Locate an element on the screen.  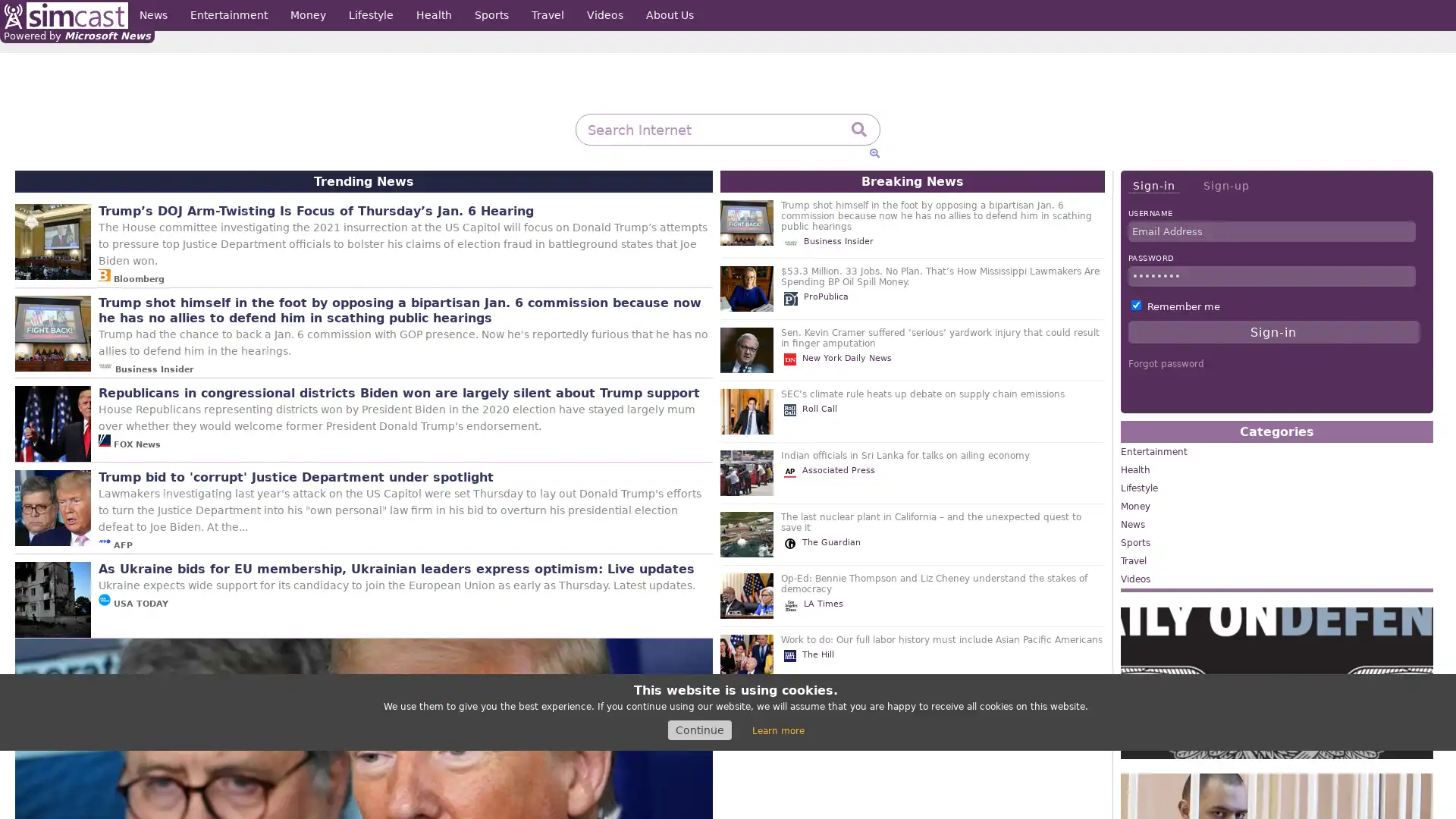
Sign-up is located at coordinates (1225, 185).